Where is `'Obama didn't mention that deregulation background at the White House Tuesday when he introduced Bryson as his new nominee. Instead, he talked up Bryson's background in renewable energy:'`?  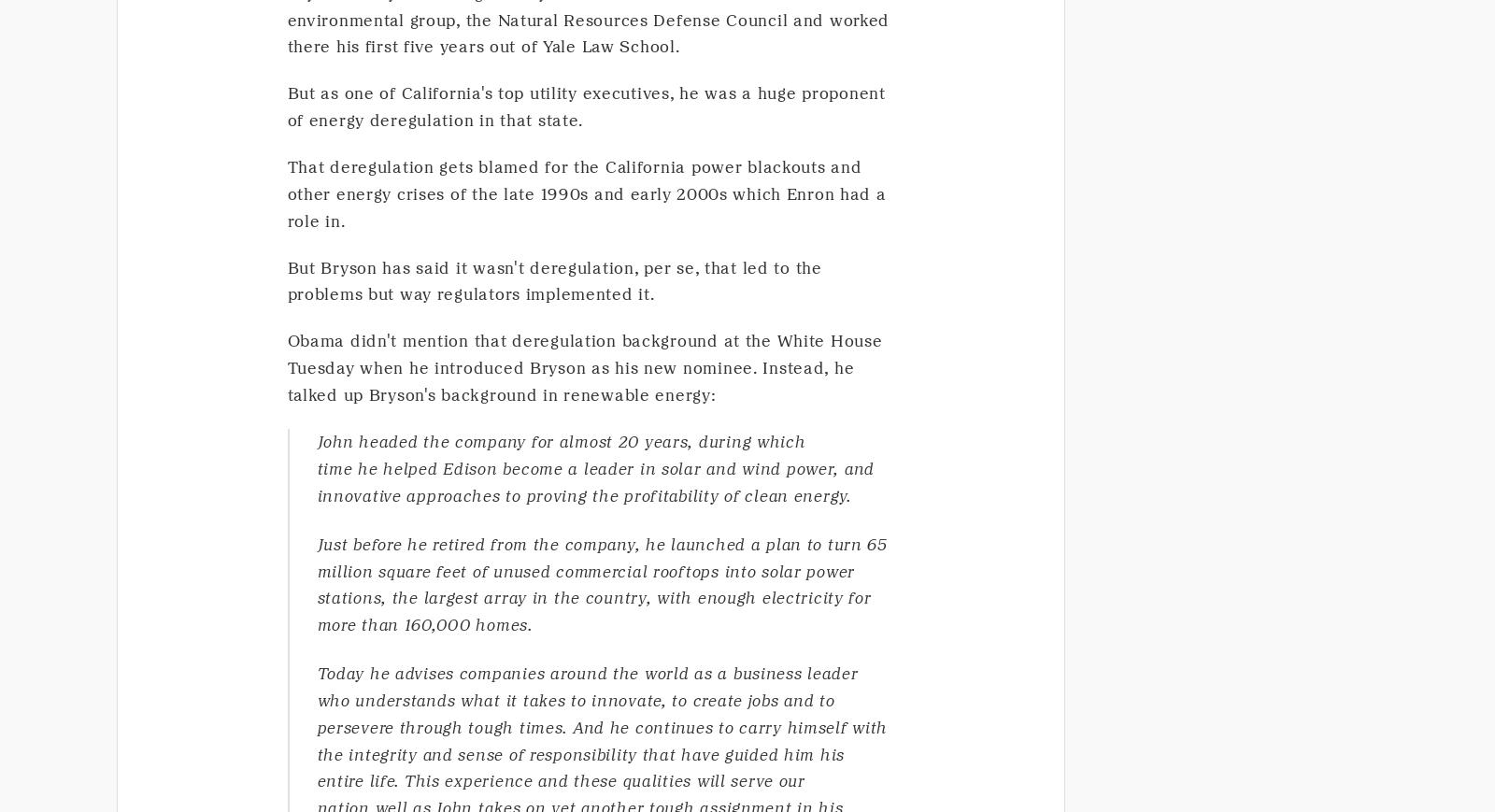 'Obama didn't mention that deregulation background at the White House Tuesday when he introduced Bryson as his new nominee. Instead, he talked up Bryson's background in renewable energy:' is located at coordinates (584, 366).